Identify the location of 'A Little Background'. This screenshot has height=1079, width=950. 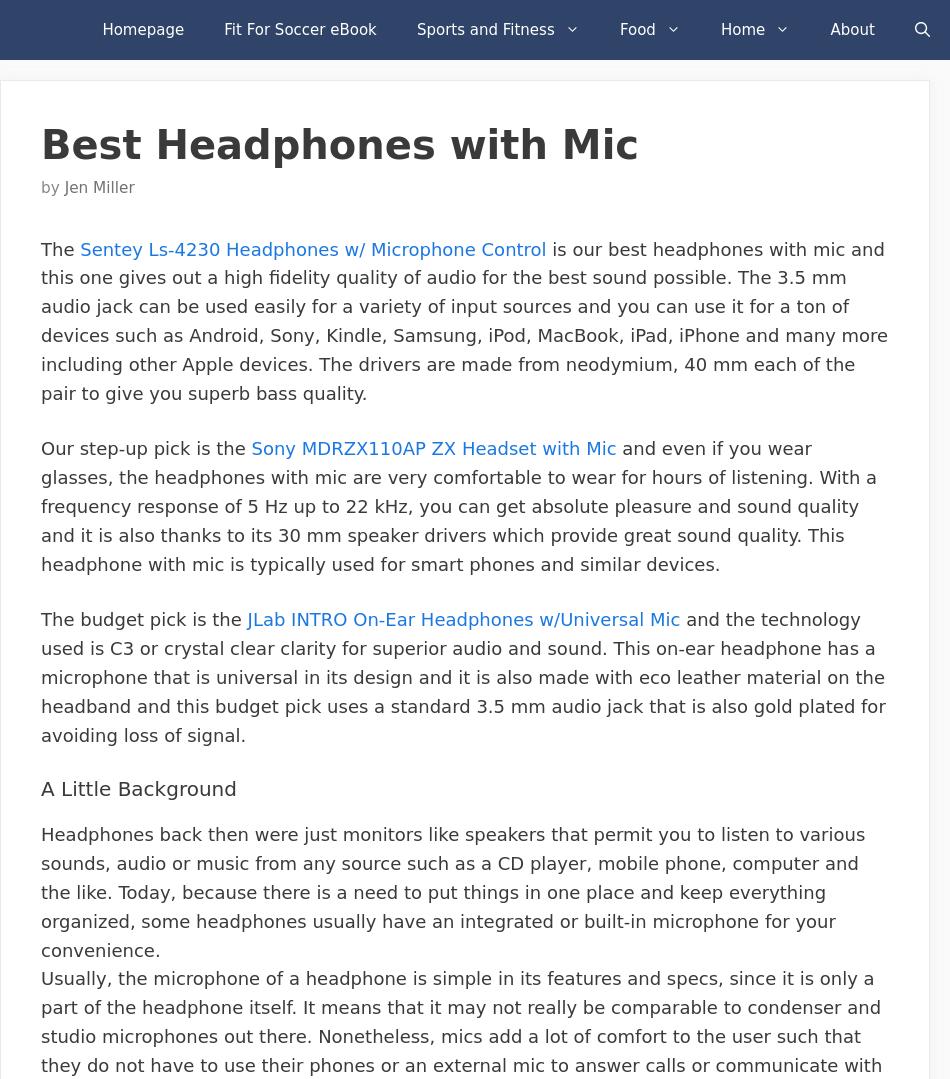
(138, 788).